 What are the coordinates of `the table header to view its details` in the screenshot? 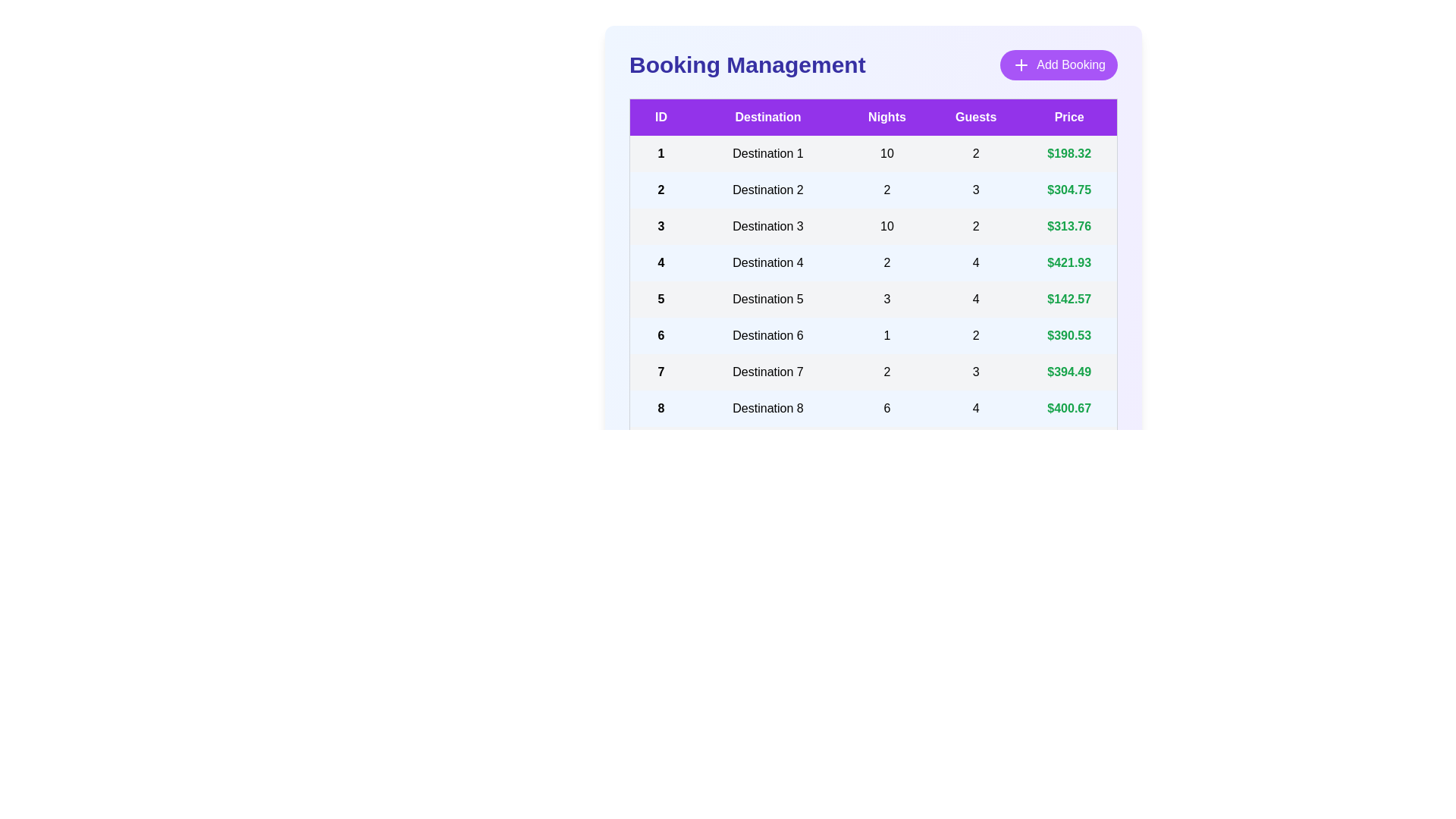 It's located at (874, 116).